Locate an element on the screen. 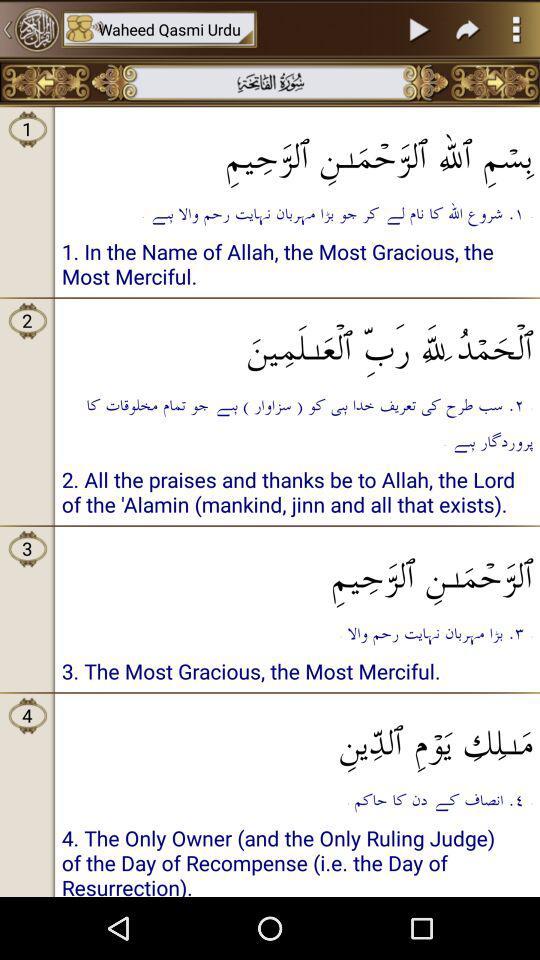 Image resolution: width=540 pixels, height=960 pixels. icon above the 1 item is located at coordinates (45, 82).